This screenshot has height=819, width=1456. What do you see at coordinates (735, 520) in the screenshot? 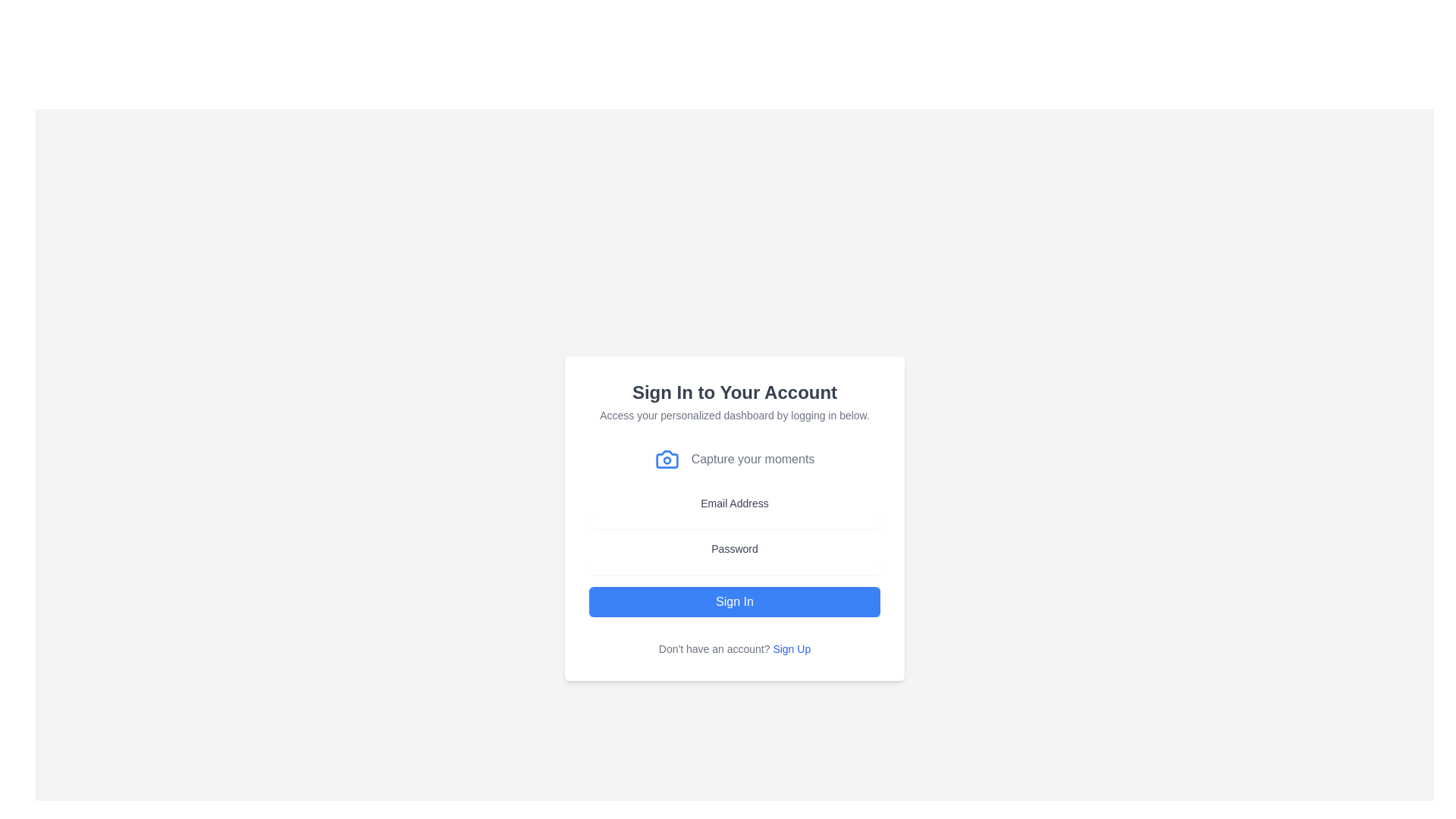
I see `the text input field for email address by tabbing to it from the previous input field` at bounding box center [735, 520].